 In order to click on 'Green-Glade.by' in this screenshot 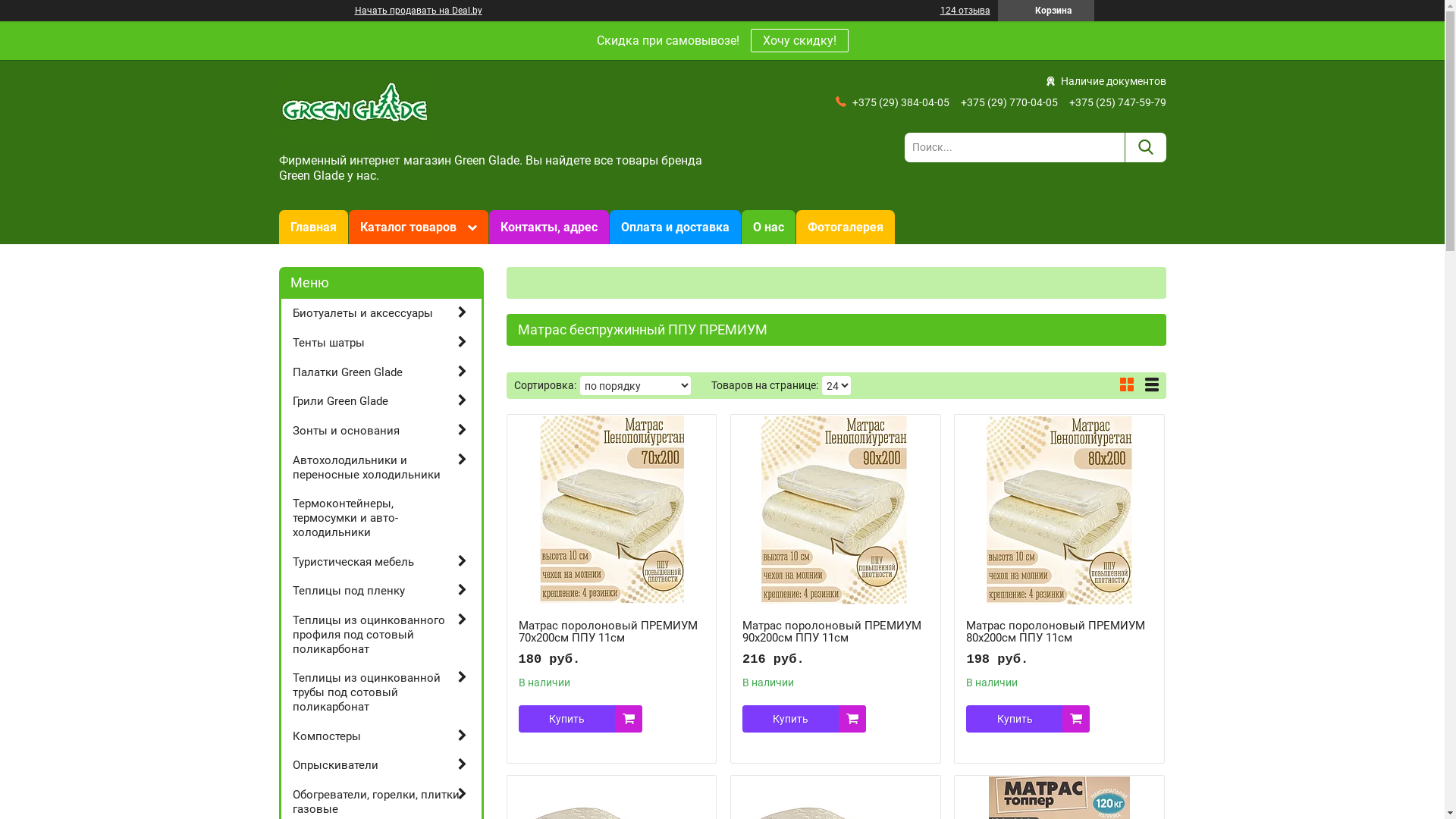, I will do `click(354, 107)`.